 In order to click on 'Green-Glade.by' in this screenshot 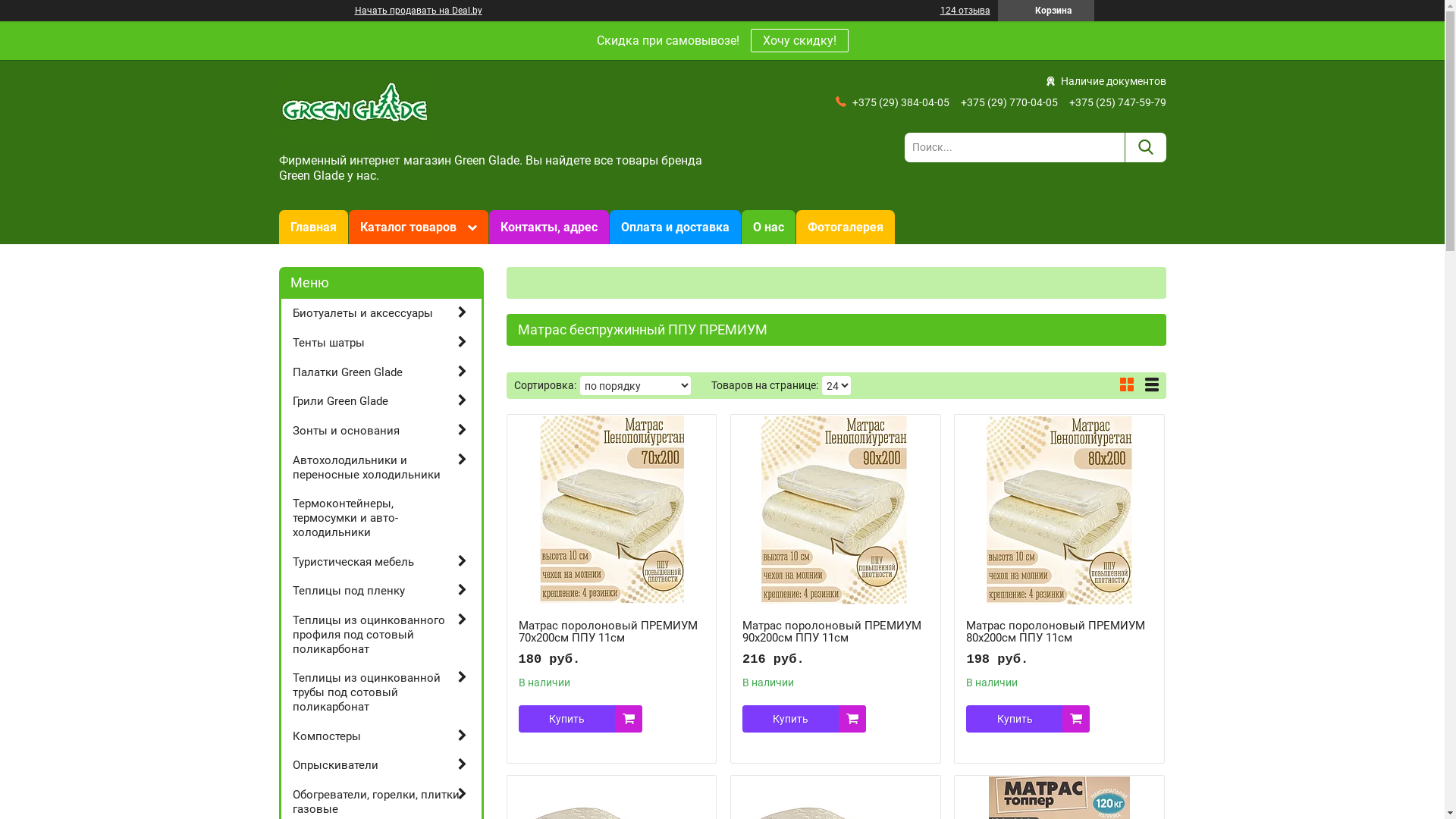, I will do `click(354, 107)`.